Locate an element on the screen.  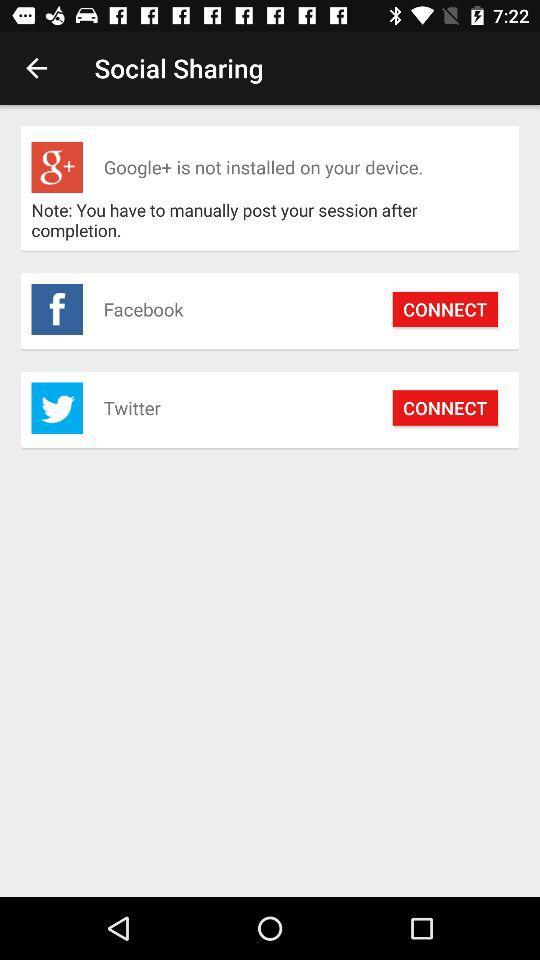
app to the left of the social sharing app is located at coordinates (36, 68).